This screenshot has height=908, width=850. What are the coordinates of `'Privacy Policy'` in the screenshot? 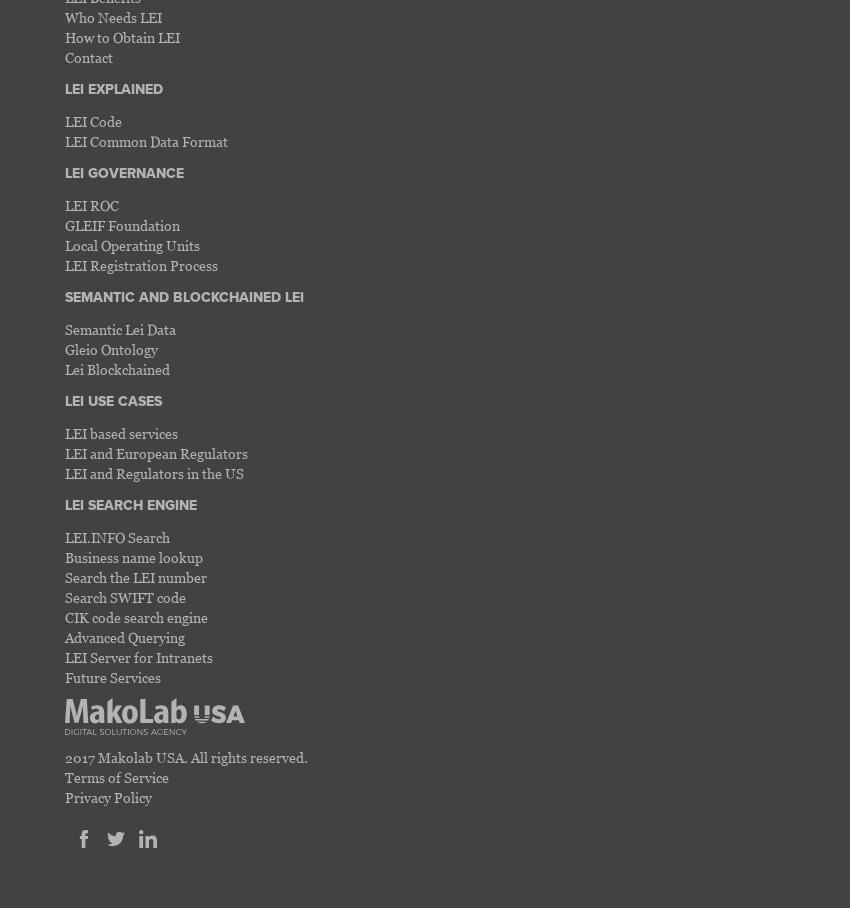 It's located at (107, 796).